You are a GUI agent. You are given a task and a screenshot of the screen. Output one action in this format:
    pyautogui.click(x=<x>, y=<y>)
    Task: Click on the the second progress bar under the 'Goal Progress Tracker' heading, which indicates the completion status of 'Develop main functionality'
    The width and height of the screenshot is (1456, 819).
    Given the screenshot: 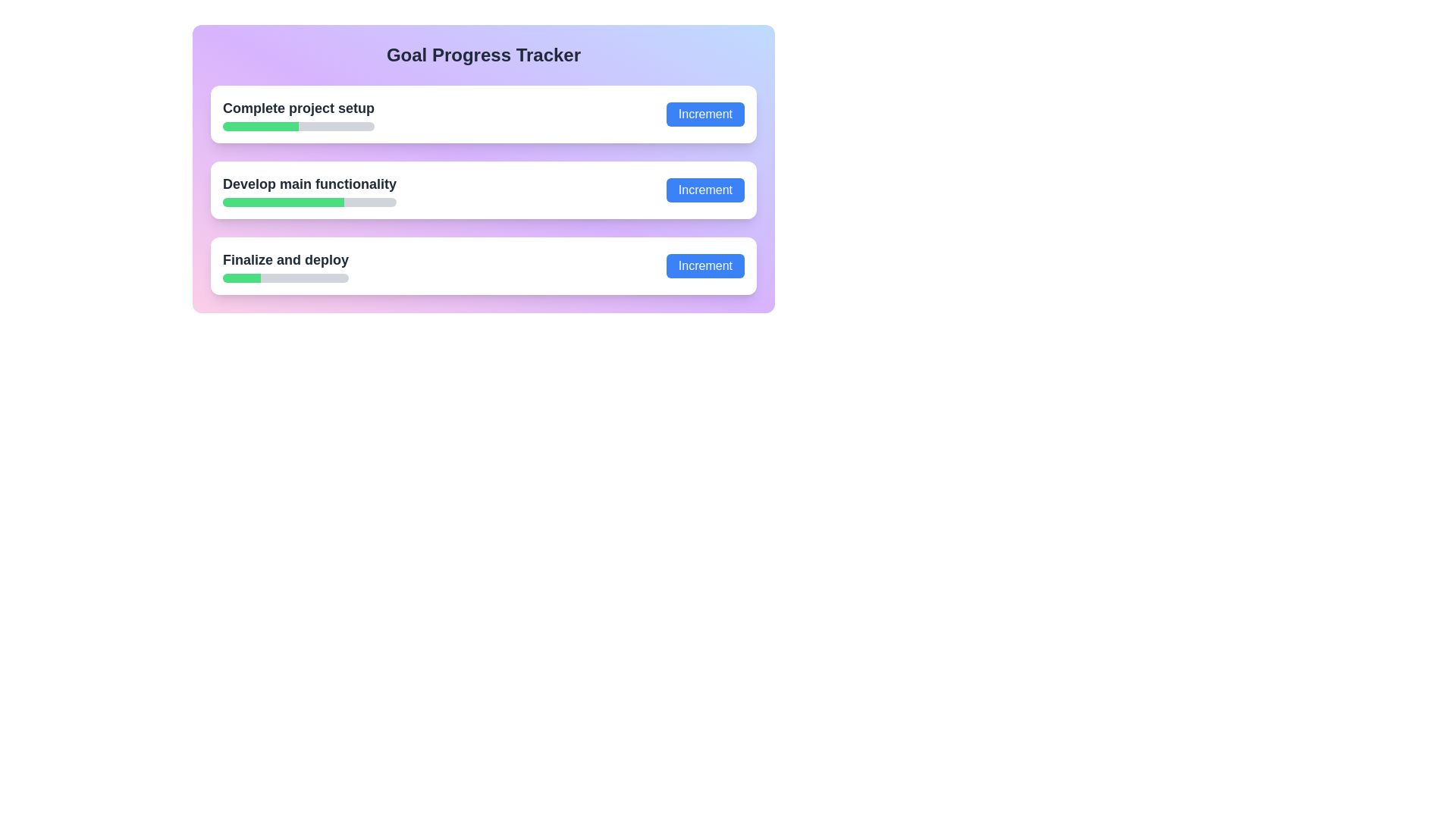 What is the action you would take?
    pyautogui.click(x=309, y=201)
    